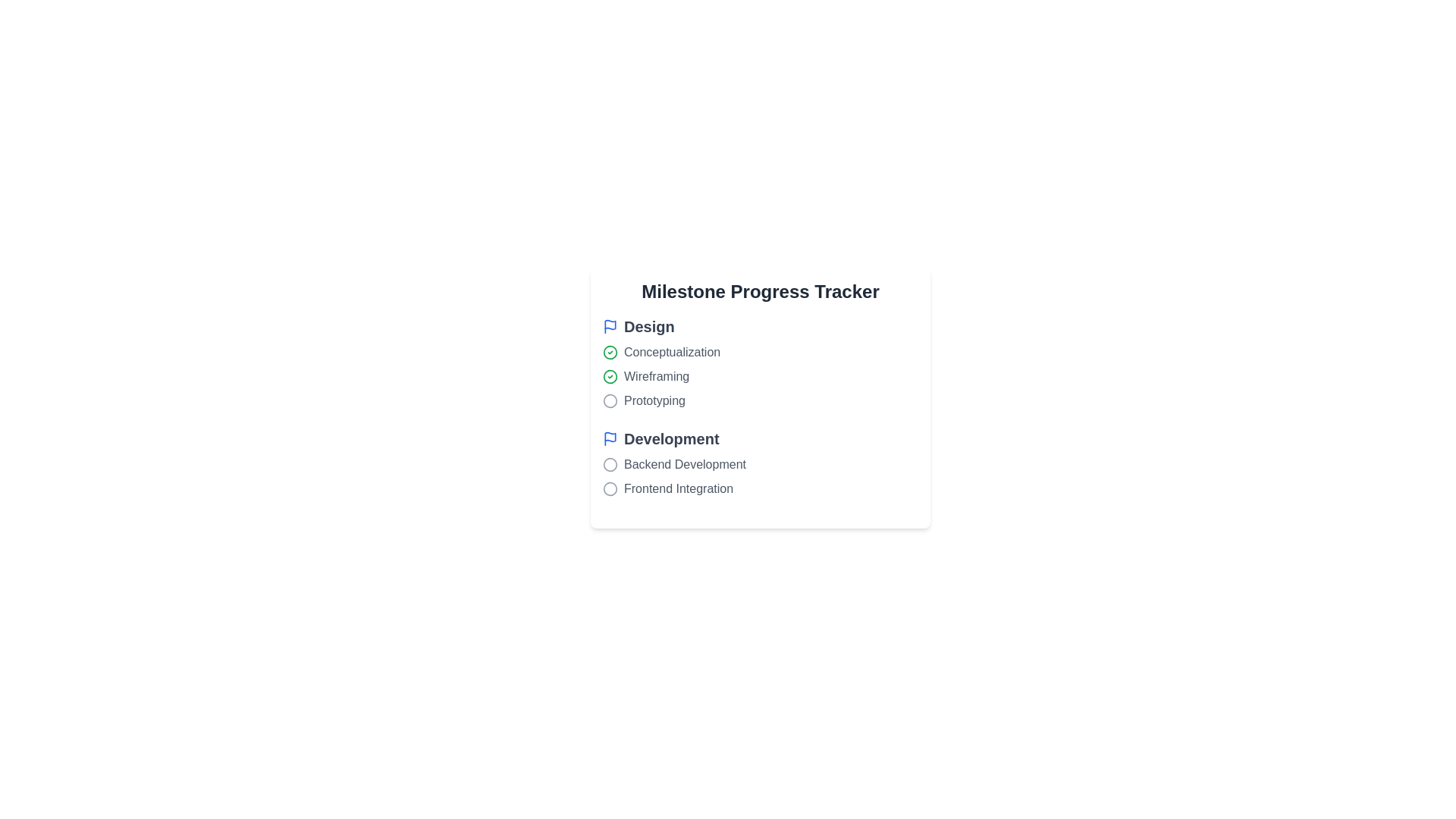 The height and width of the screenshot is (819, 1456). What do you see at coordinates (610, 376) in the screenshot?
I see `the circular outline icon with a green stroke next to the text 'Conceptualization' in the milestone progress tracker` at bounding box center [610, 376].